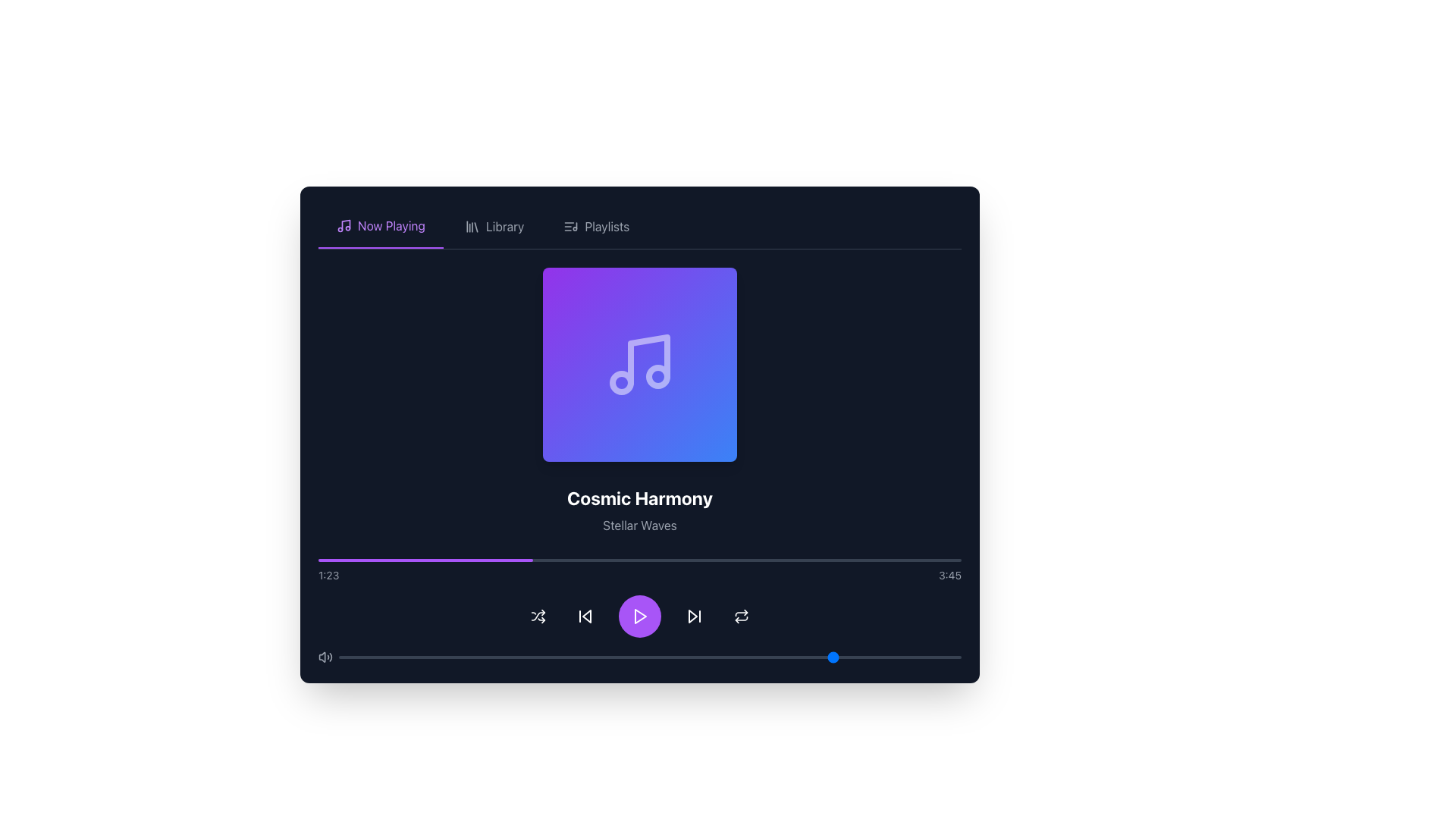 The image size is (1456, 819). Describe the element at coordinates (356, 657) in the screenshot. I see `the slider` at that location.